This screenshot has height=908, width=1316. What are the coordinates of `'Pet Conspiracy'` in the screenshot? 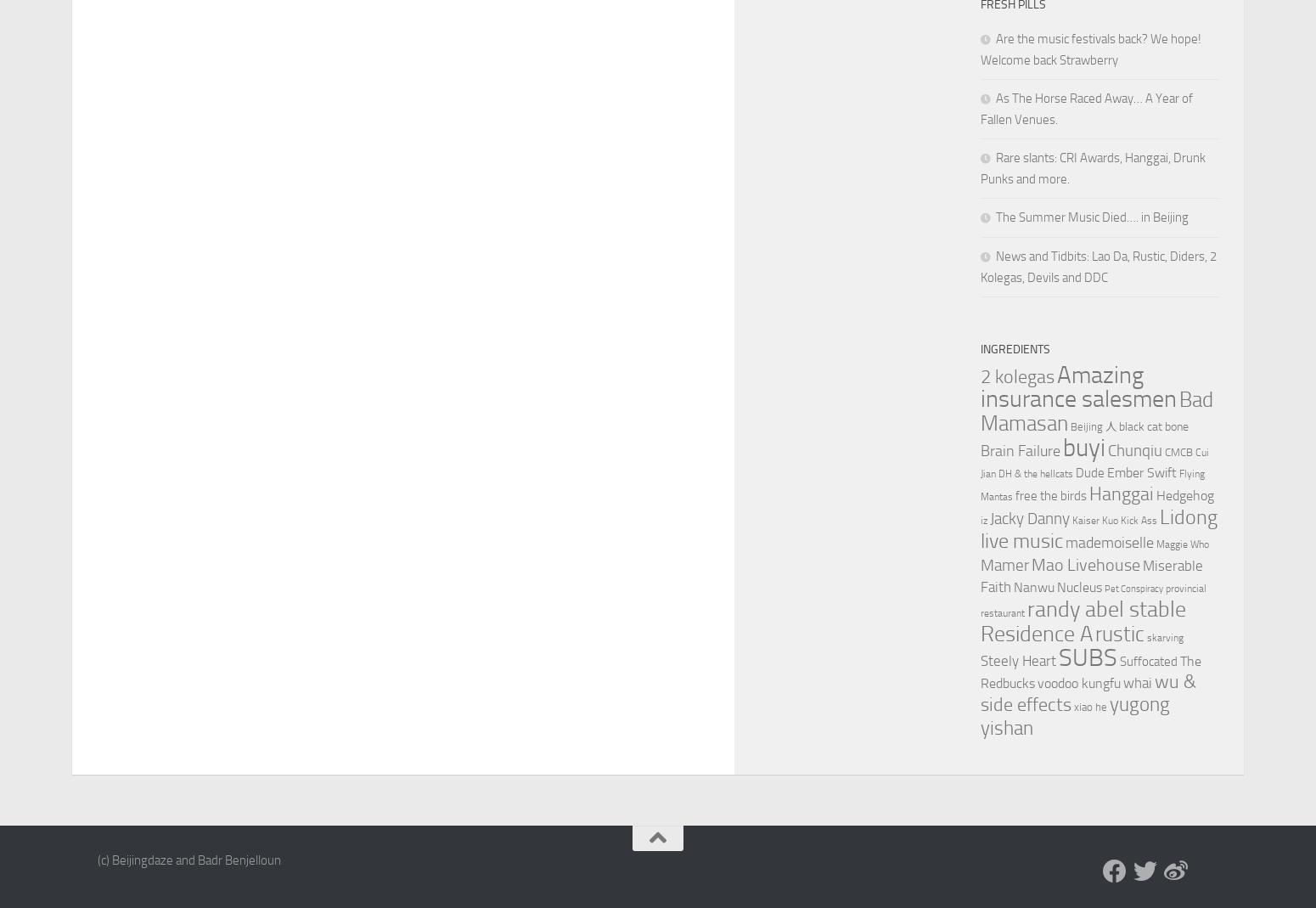 It's located at (1133, 588).